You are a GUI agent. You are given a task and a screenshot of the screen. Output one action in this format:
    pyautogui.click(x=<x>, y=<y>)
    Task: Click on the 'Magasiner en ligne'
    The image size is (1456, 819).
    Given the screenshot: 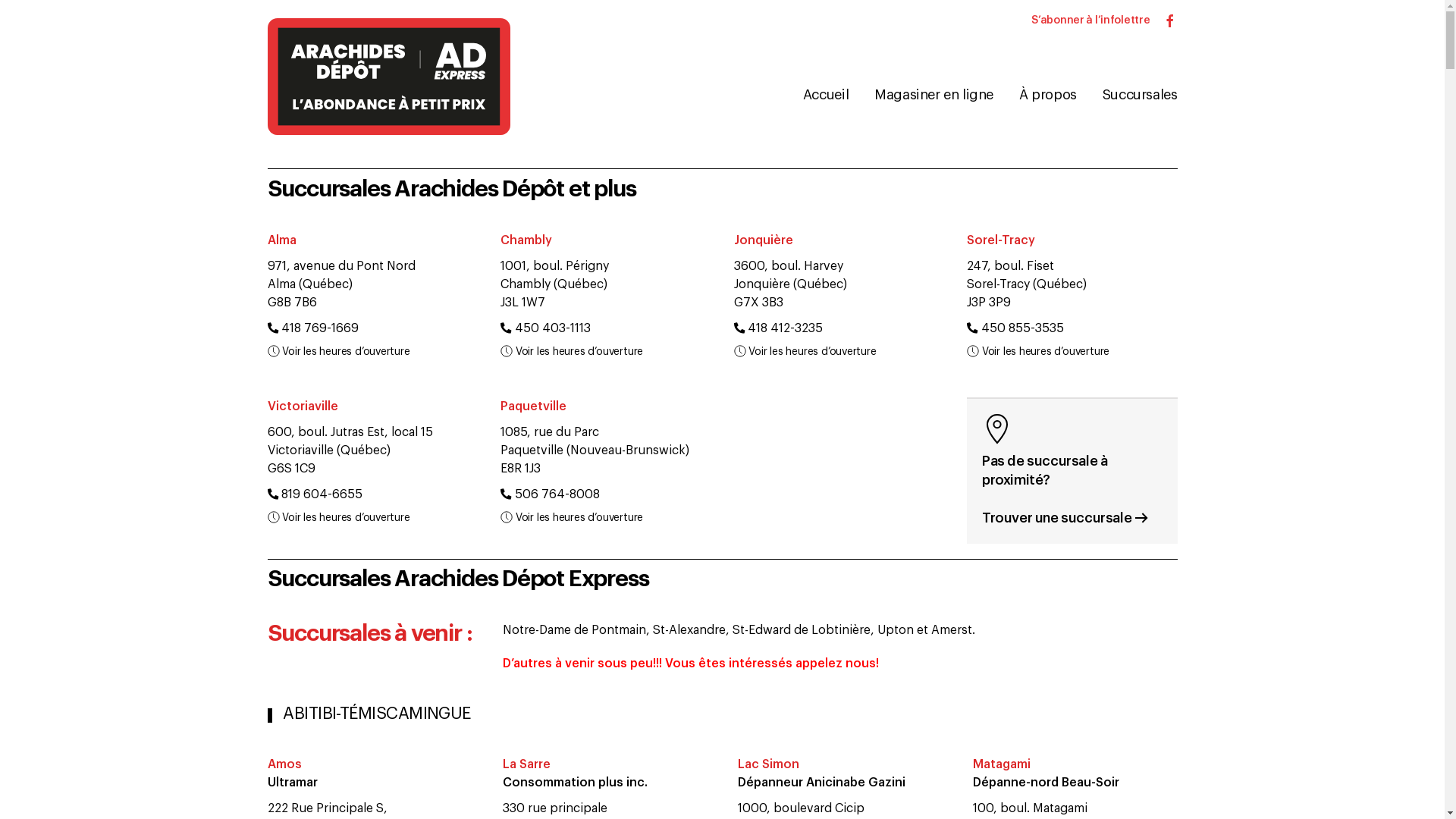 What is the action you would take?
    pyautogui.click(x=860, y=95)
    